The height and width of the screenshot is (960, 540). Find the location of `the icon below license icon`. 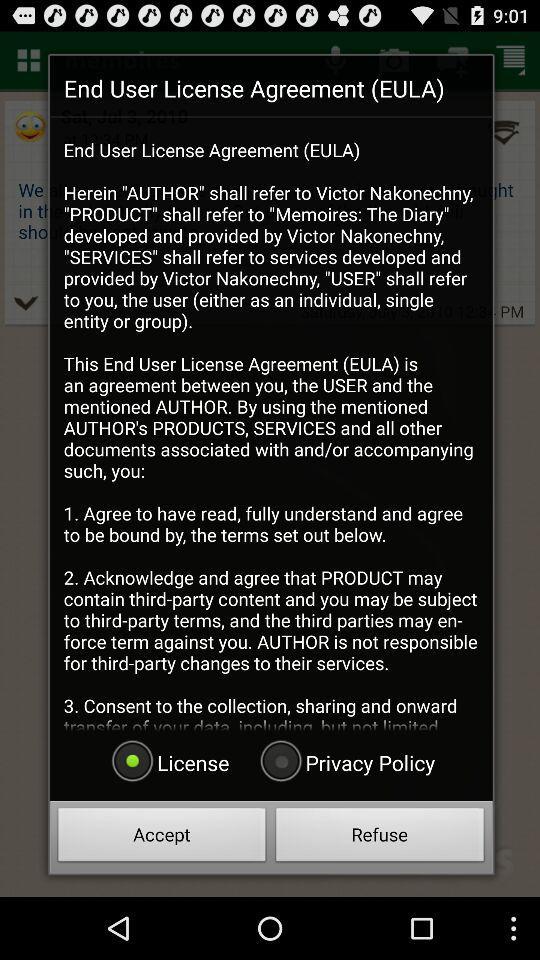

the icon below license icon is located at coordinates (161, 837).